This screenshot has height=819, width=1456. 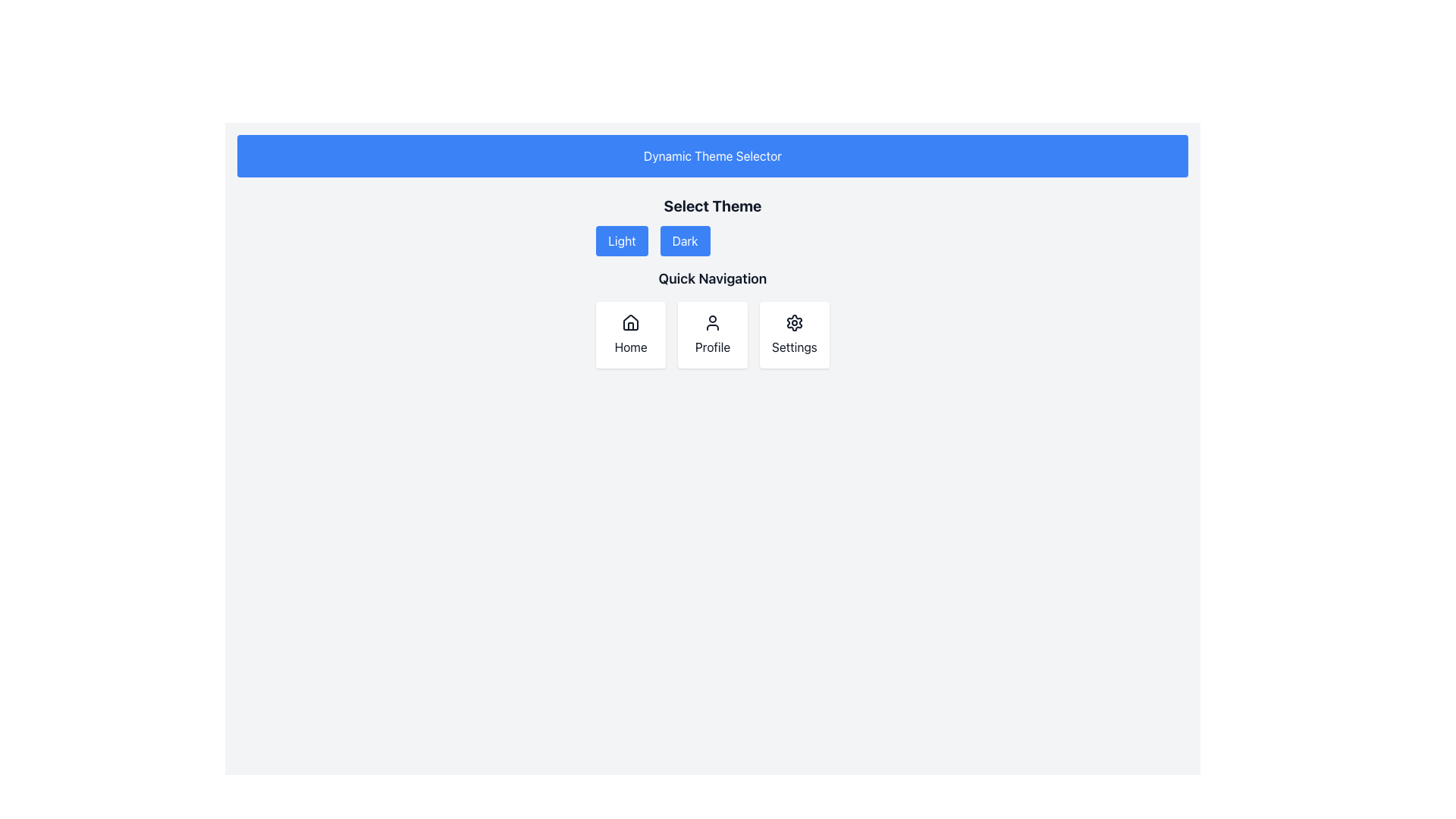 I want to click on the 'Profile' navigation button, which is the center item among three options labeled 'Home', 'Profile', and 'Settings', so click(x=712, y=334).